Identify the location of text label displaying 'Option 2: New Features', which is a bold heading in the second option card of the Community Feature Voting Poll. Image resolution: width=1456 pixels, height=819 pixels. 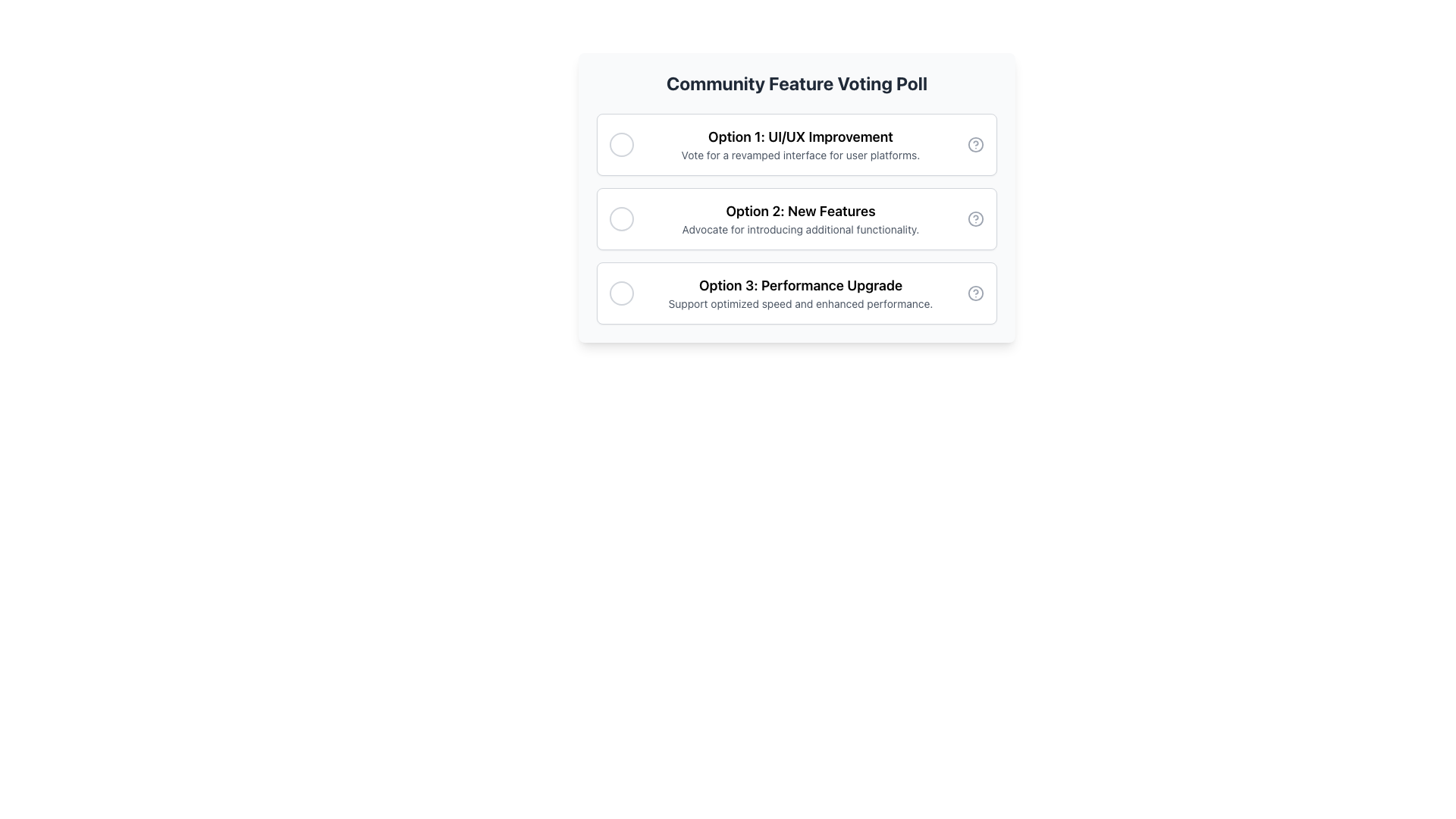
(800, 211).